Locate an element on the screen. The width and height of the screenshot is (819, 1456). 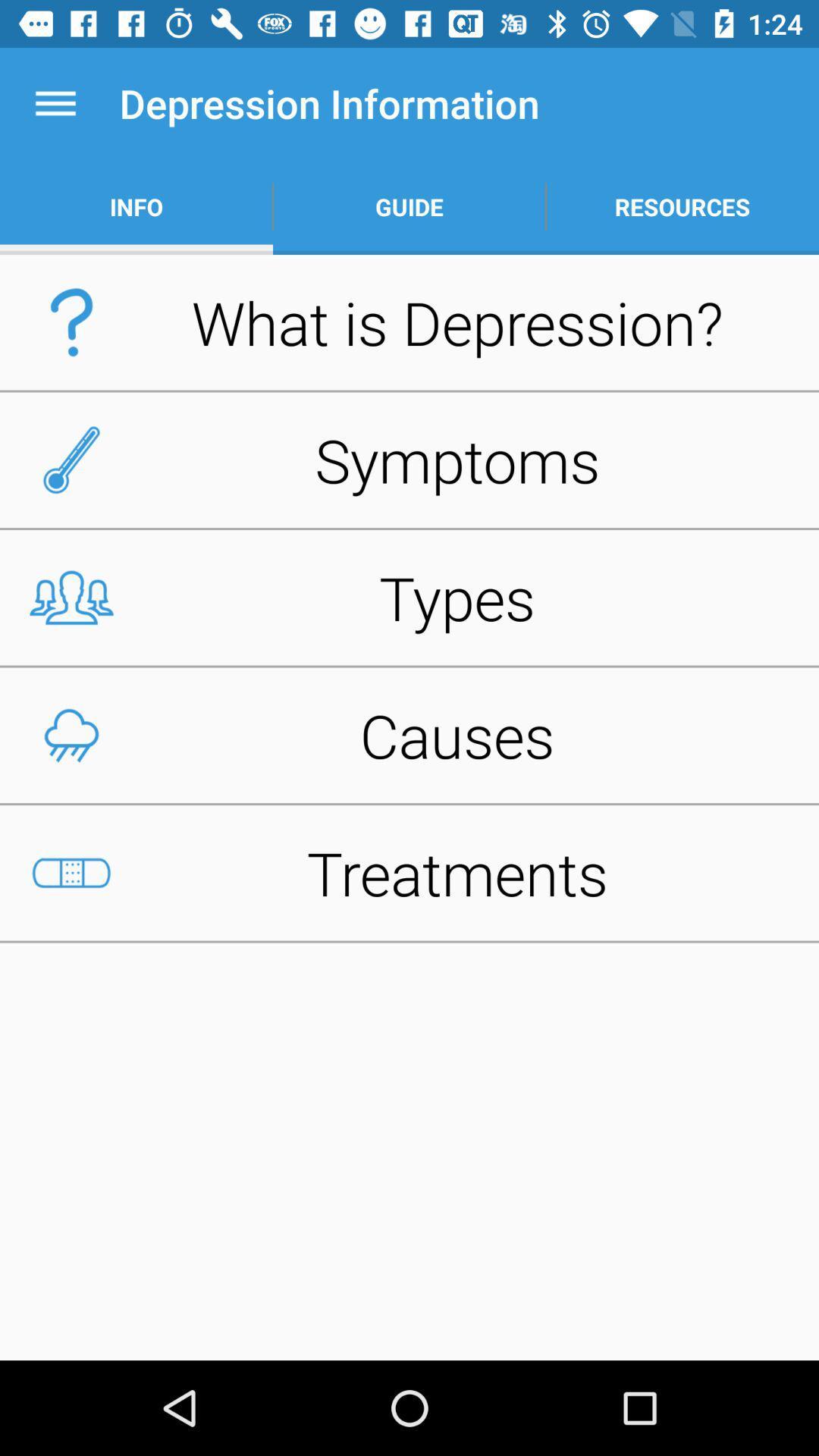
app next to guide icon is located at coordinates (136, 206).